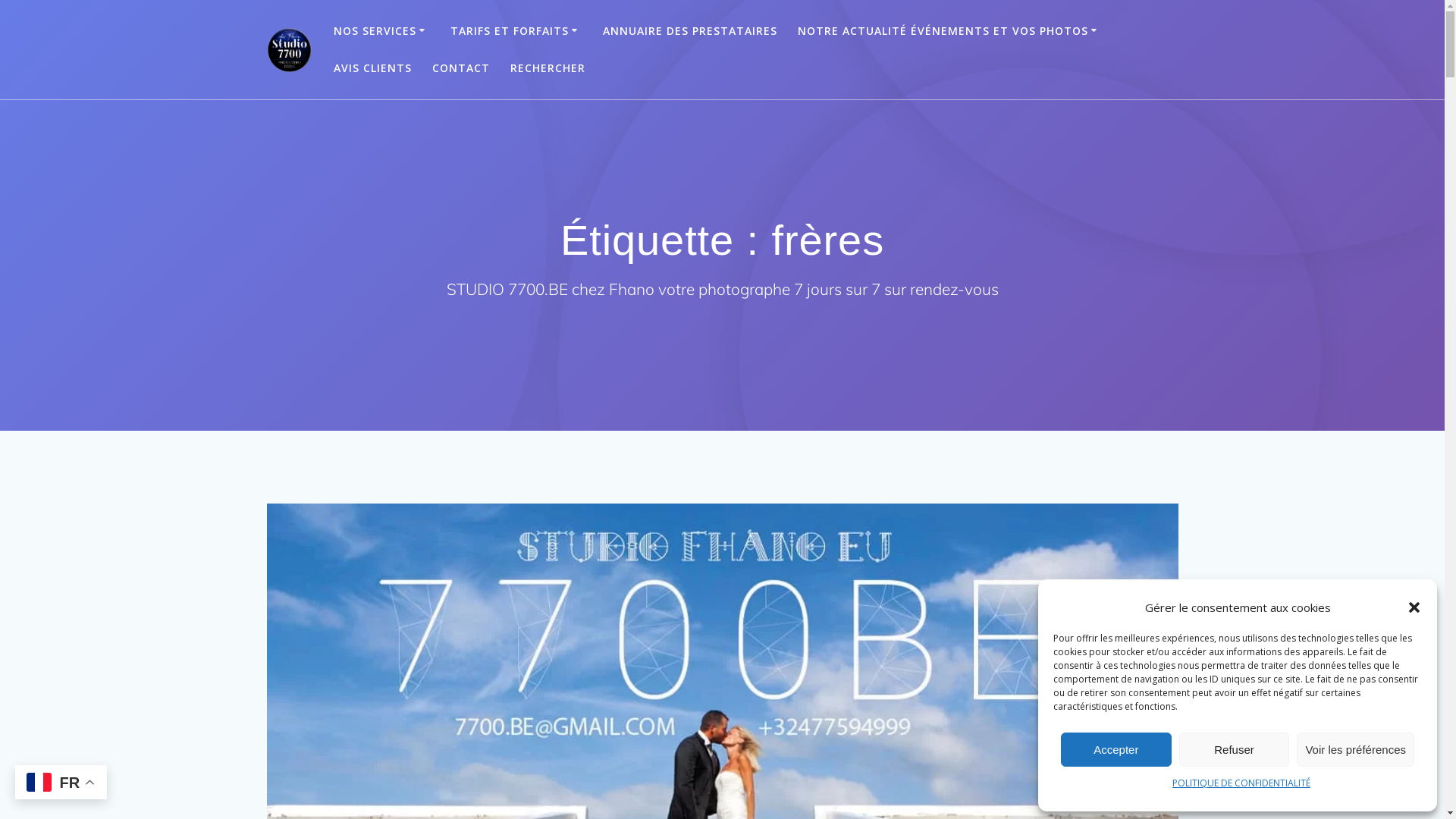  I want to click on 'TARIFS ET FORFAITS', so click(516, 31).